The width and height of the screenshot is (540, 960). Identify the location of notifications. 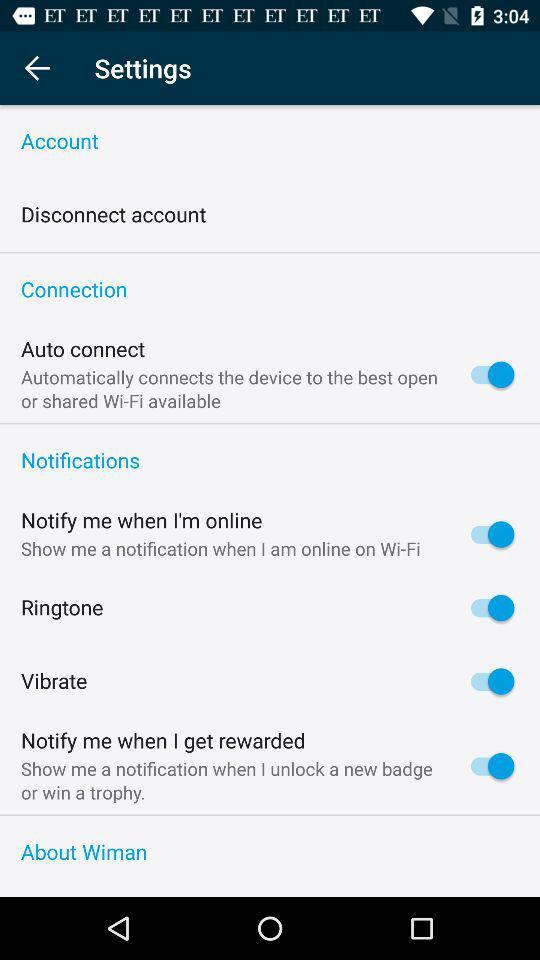
(270, 461).